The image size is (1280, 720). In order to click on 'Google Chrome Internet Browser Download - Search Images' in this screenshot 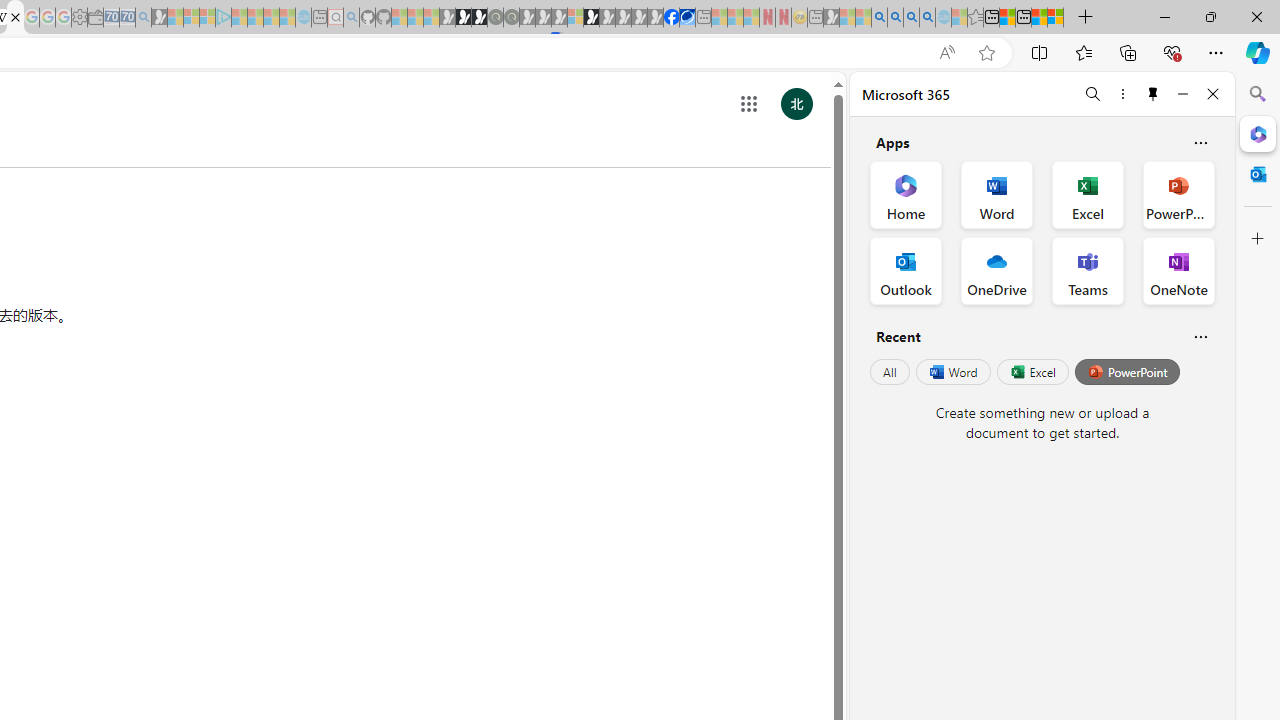, I will do `click(927, 17)`.